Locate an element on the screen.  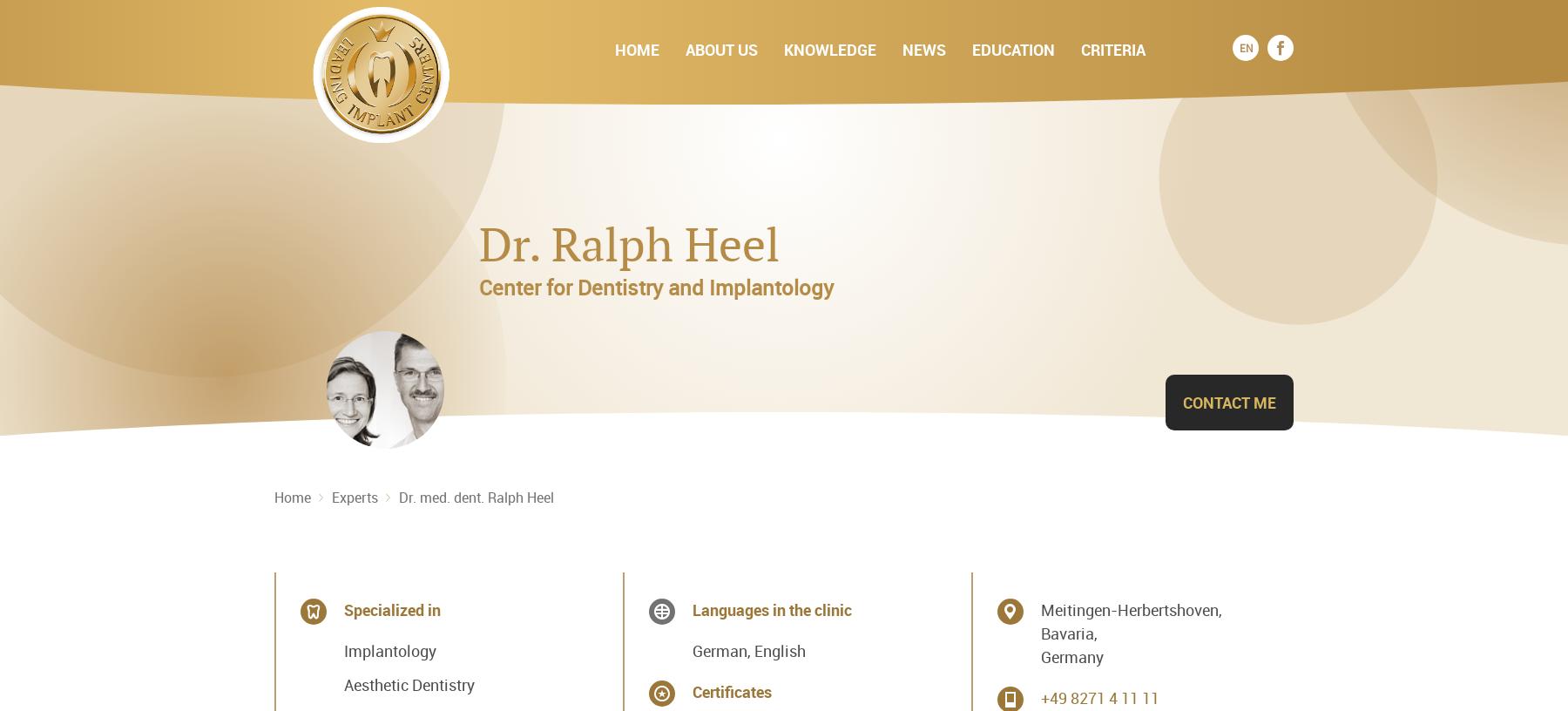
'Meitingen-Herbertshoven,' is located at coordinates (1130, 608).